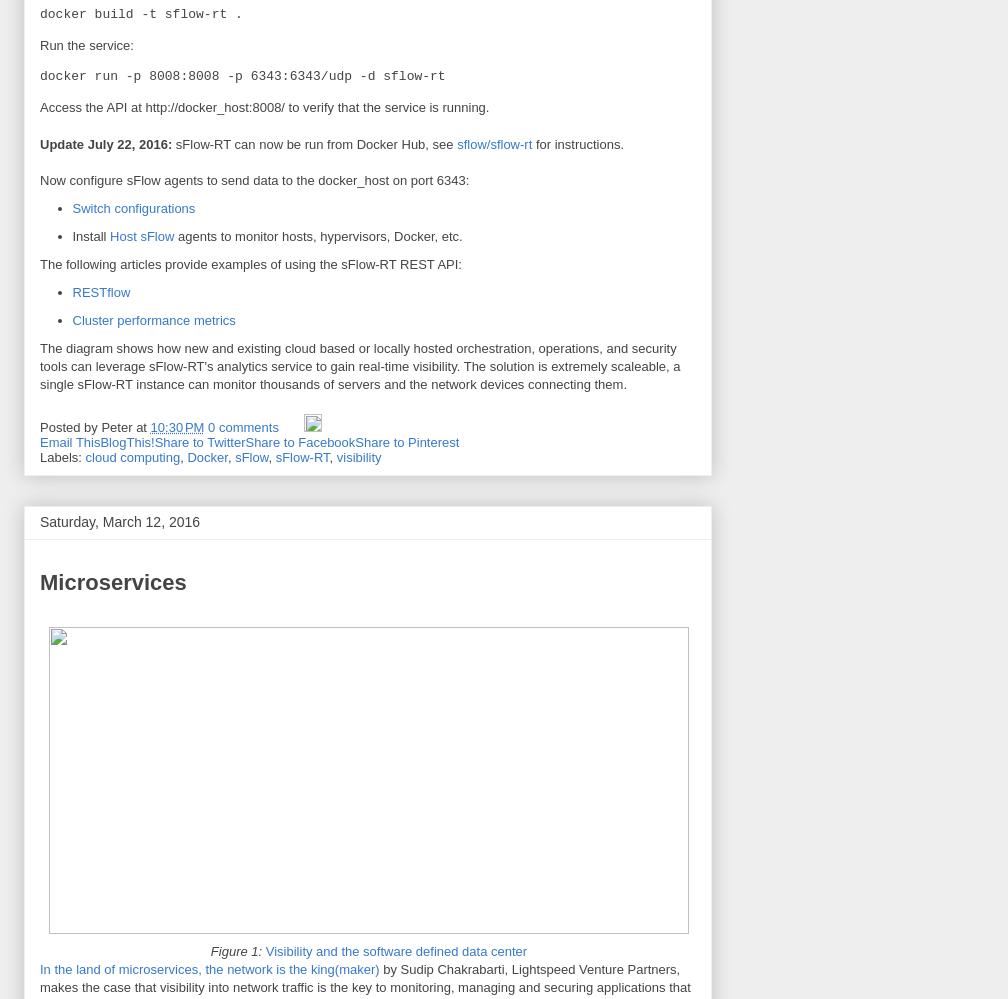 This screenshot has width=1008, height=999. What do you see at coordinates (407, 440) in the screenshot?
I see `'Share to Pinterest'` at bounding box center [407, 440].